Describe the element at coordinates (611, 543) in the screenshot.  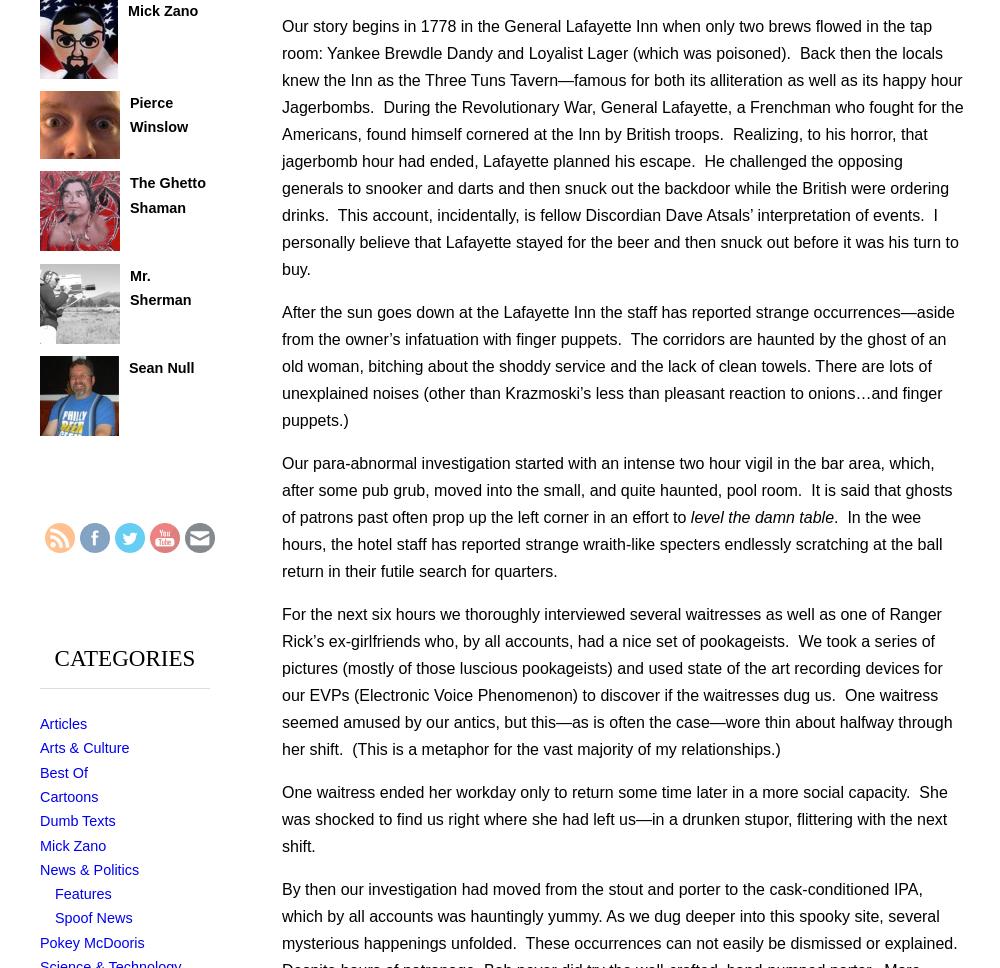
I see `'.  In the wee hours, the hotel staff has reported strange wraith-like specters endlessly scratching at the ball return in their futile search for quarters.'` at that location.